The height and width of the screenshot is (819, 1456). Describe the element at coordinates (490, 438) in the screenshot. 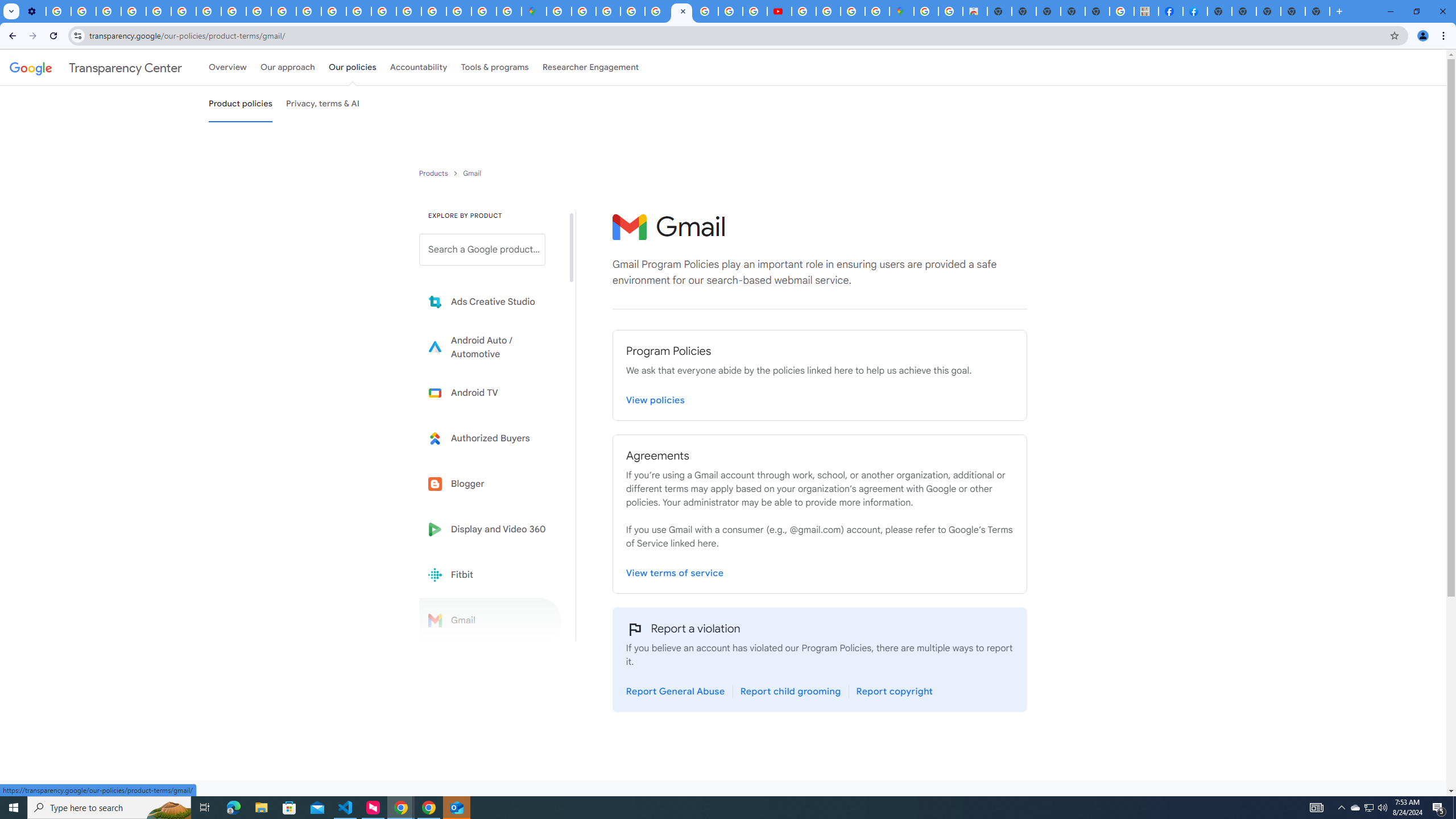

I see `'Learn more about Authorized Buyers'` at that location.